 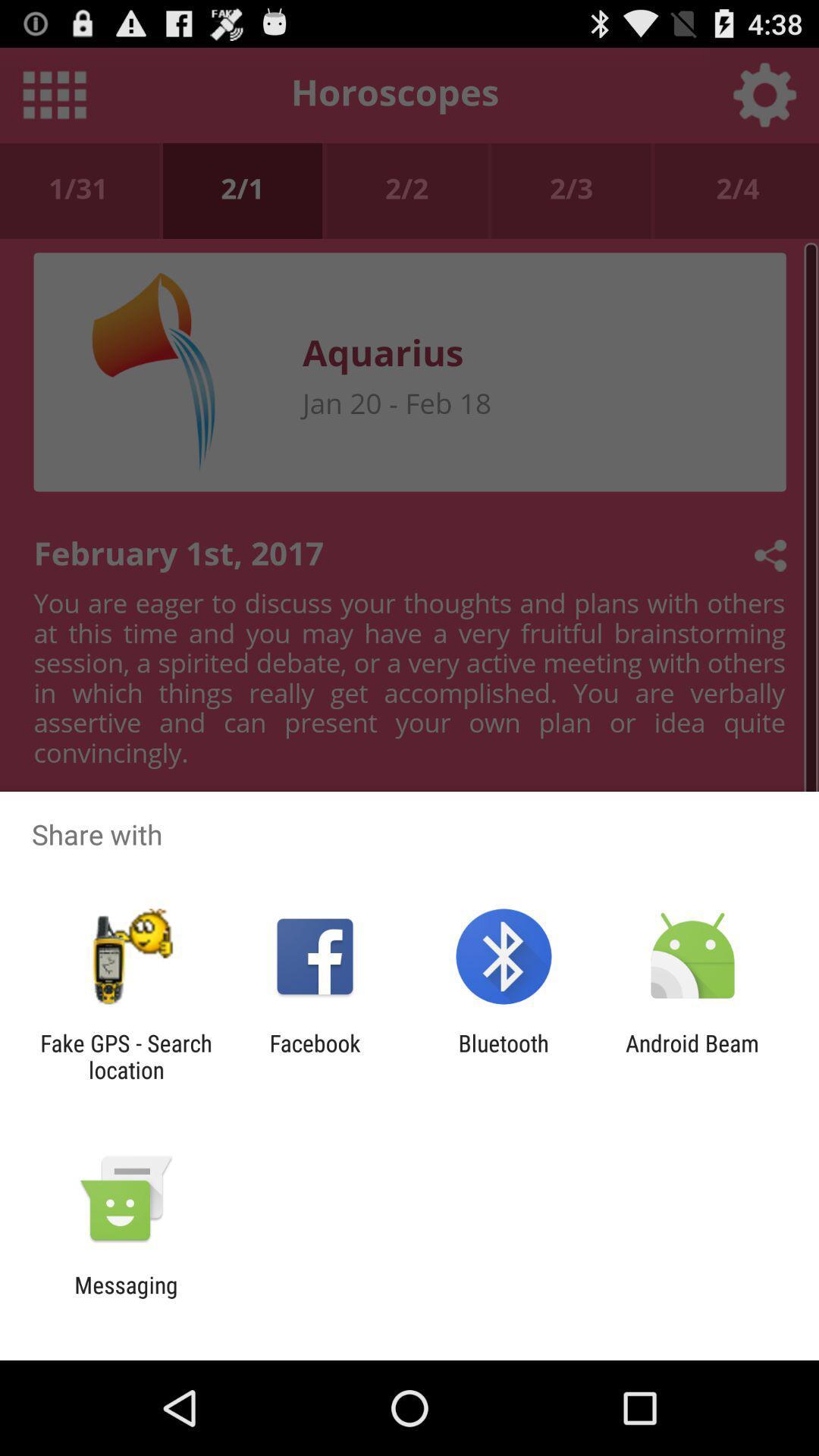 What do you see at coordinates (314, 1056) in the screenshot?
I see `item next to fake gps search item` at bounding box center [314, 1056].